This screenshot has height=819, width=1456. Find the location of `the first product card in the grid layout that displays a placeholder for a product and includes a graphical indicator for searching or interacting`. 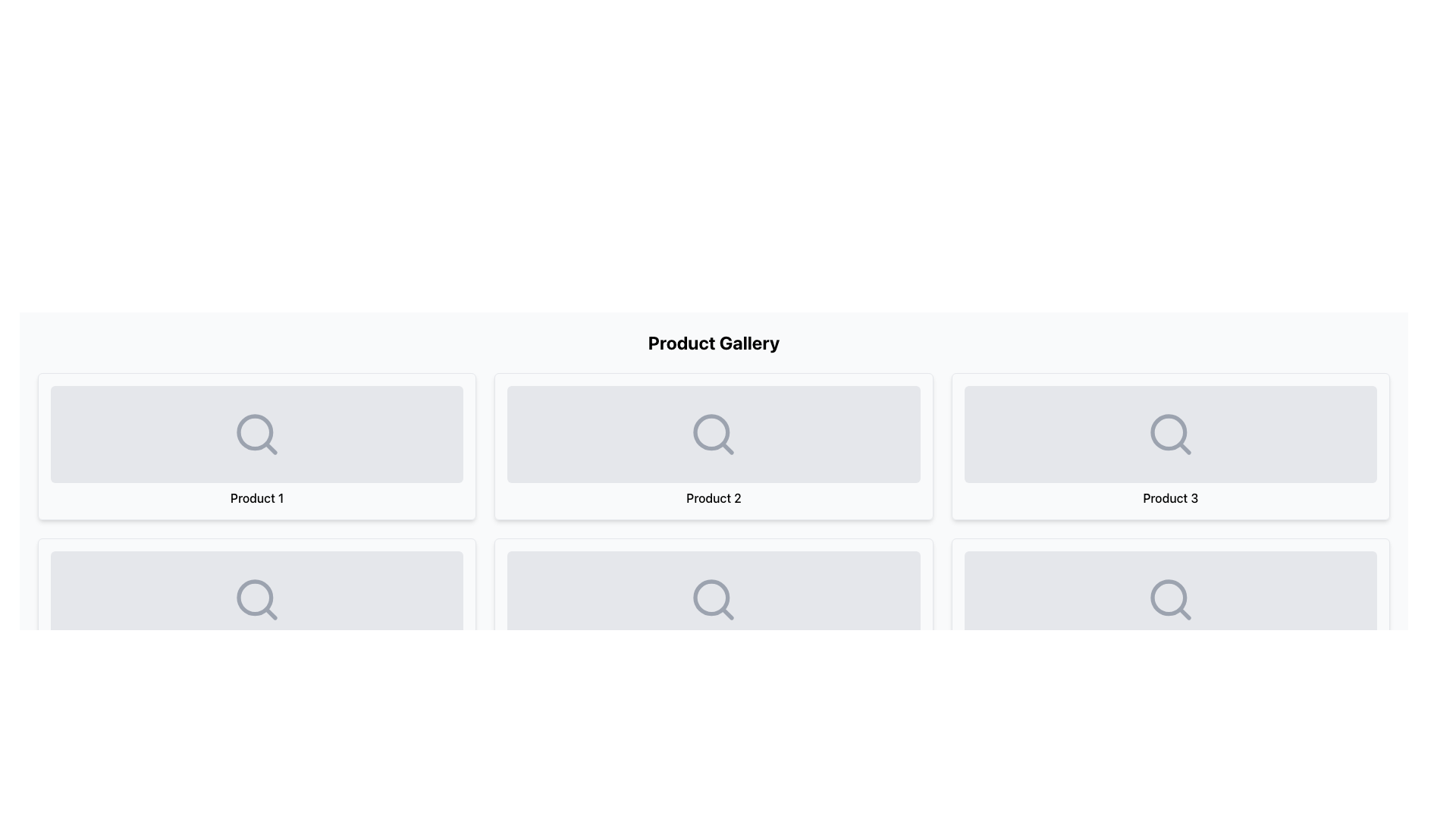

the first product card in the grid layout that displays a placeholder for a product and includes a graphical indicator for searching or interacting is located at coordinates (257, 446).